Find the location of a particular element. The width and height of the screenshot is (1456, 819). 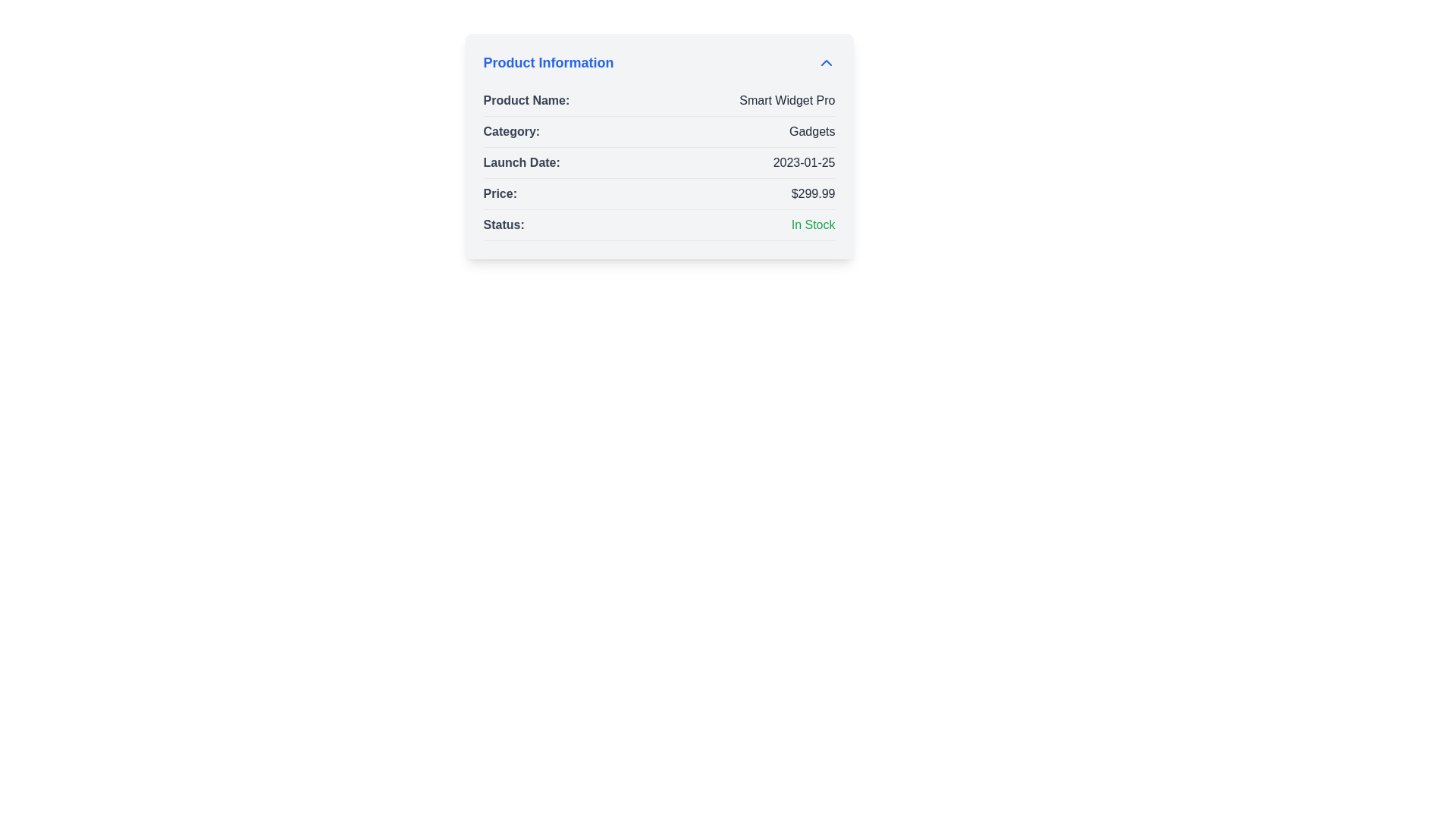

the 'Status:' text label which is displayed in bold and dark gray font, positioned to the left of the 'In Stock' label is located at coordinates (504, 225).